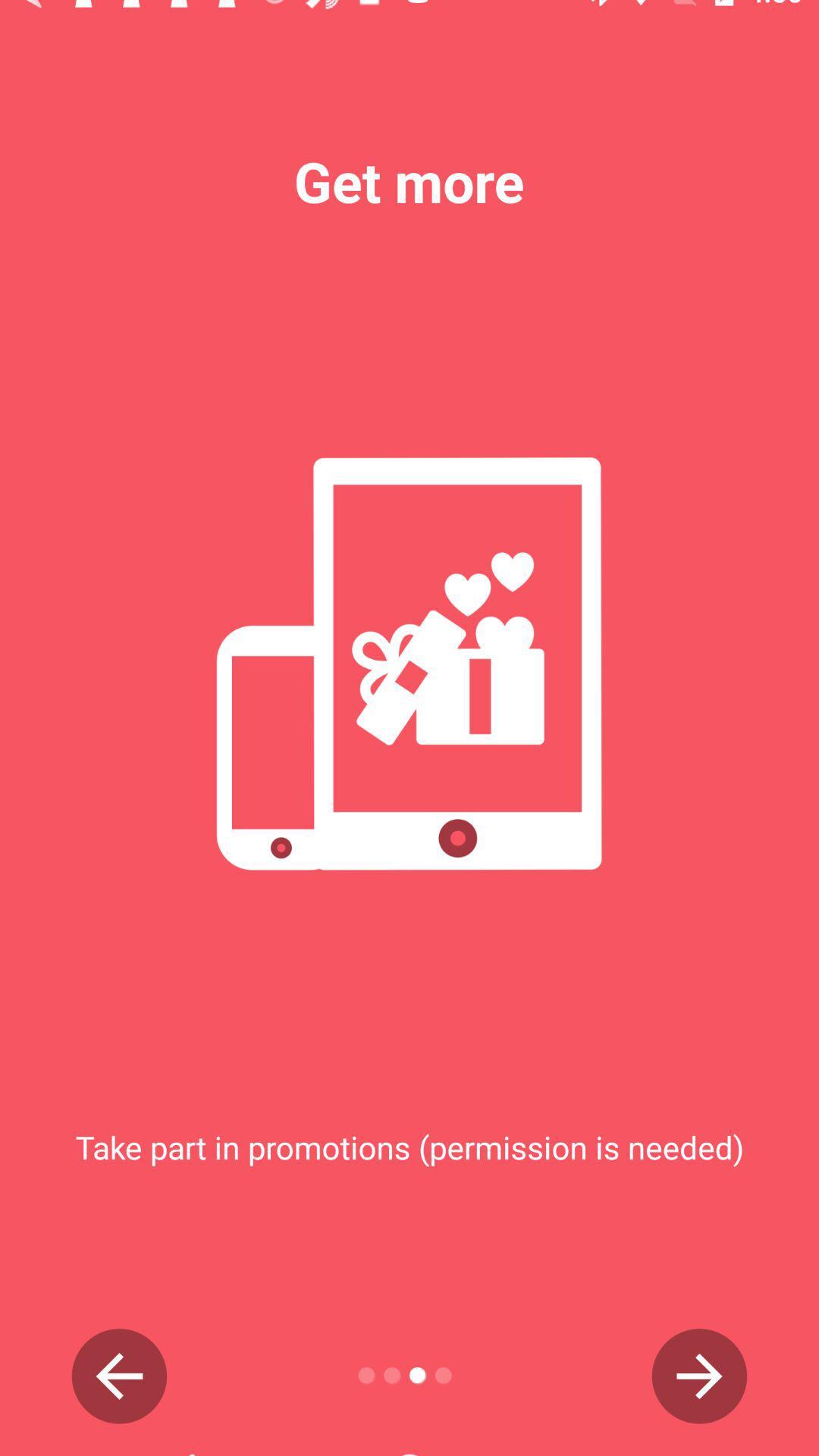 Image resolution: width=819 pixels, height=1456 pixels. Describe the element at coordinates (699, 1376) in the screenshot. I see `the arrow_forward icon` at that location.